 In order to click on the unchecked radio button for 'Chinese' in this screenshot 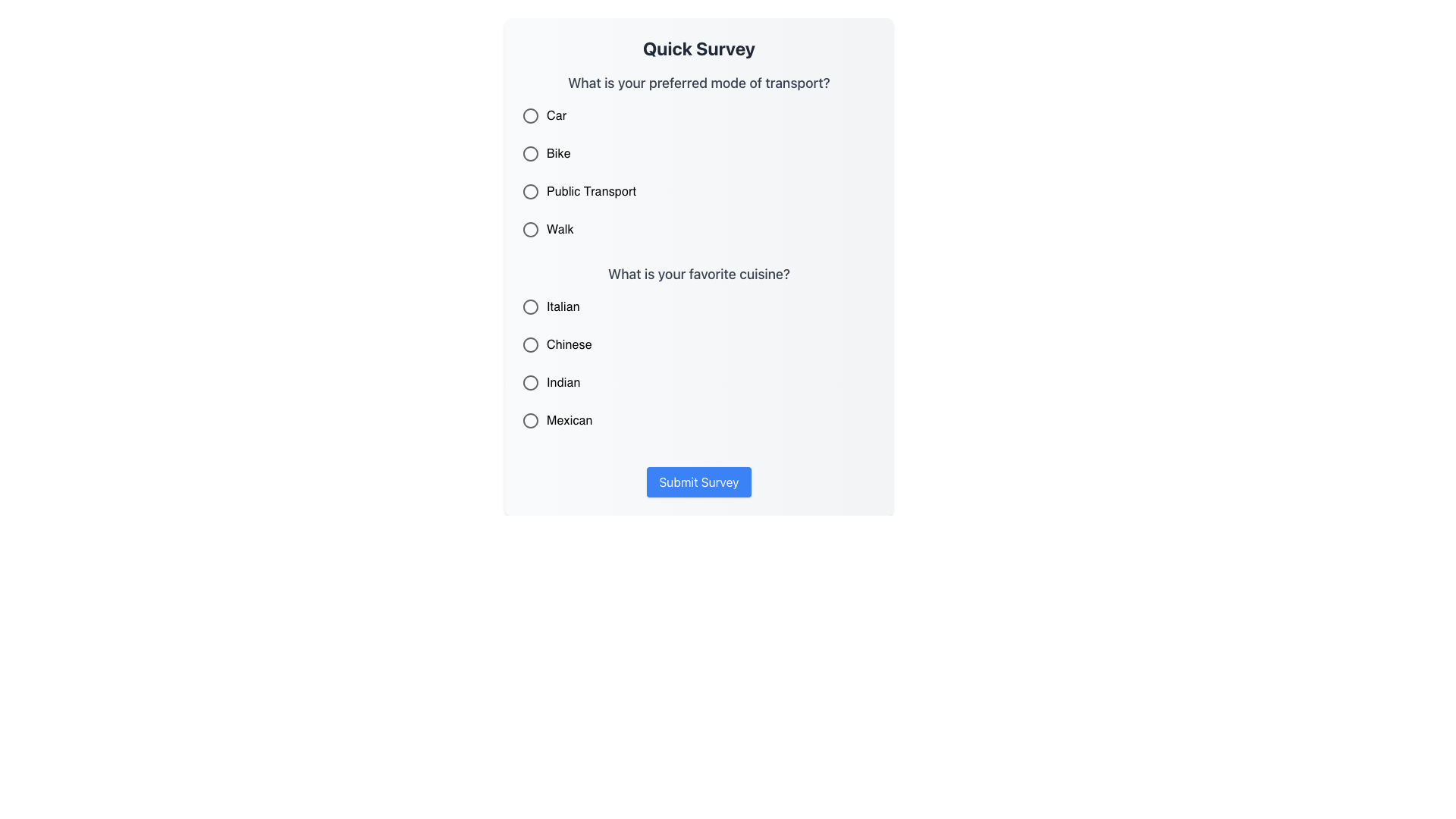, I will do `click(531, 345)`.